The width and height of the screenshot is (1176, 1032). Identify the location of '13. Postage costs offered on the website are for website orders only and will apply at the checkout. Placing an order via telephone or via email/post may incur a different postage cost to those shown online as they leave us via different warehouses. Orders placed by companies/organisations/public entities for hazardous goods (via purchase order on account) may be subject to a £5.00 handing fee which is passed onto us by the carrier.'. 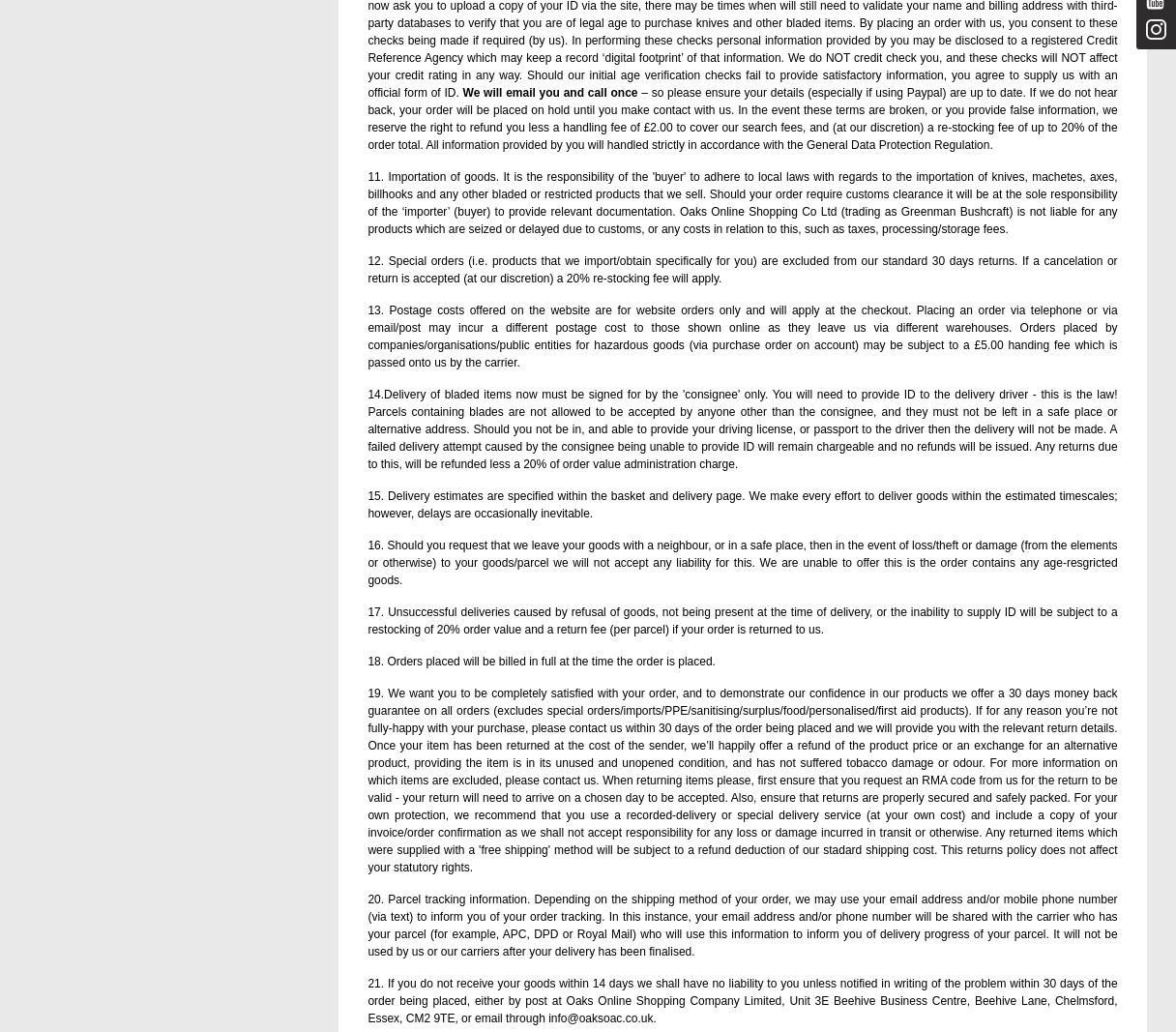
(742, 336).